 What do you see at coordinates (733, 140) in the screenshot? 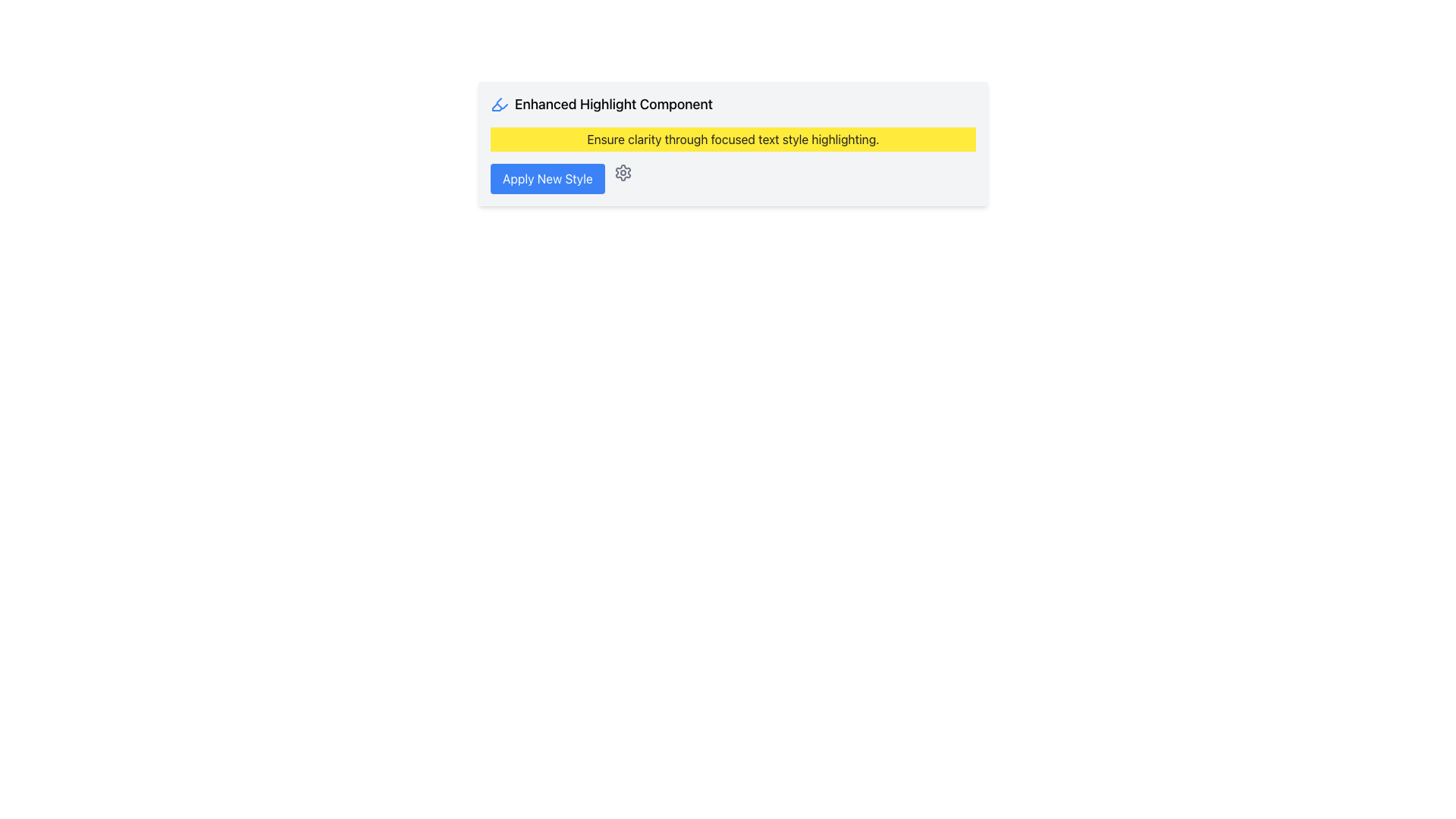
I see `the text block containing 'Ensure clarity through focused text style highlighting.' with a yellow background` at bounding box center [733, 140].